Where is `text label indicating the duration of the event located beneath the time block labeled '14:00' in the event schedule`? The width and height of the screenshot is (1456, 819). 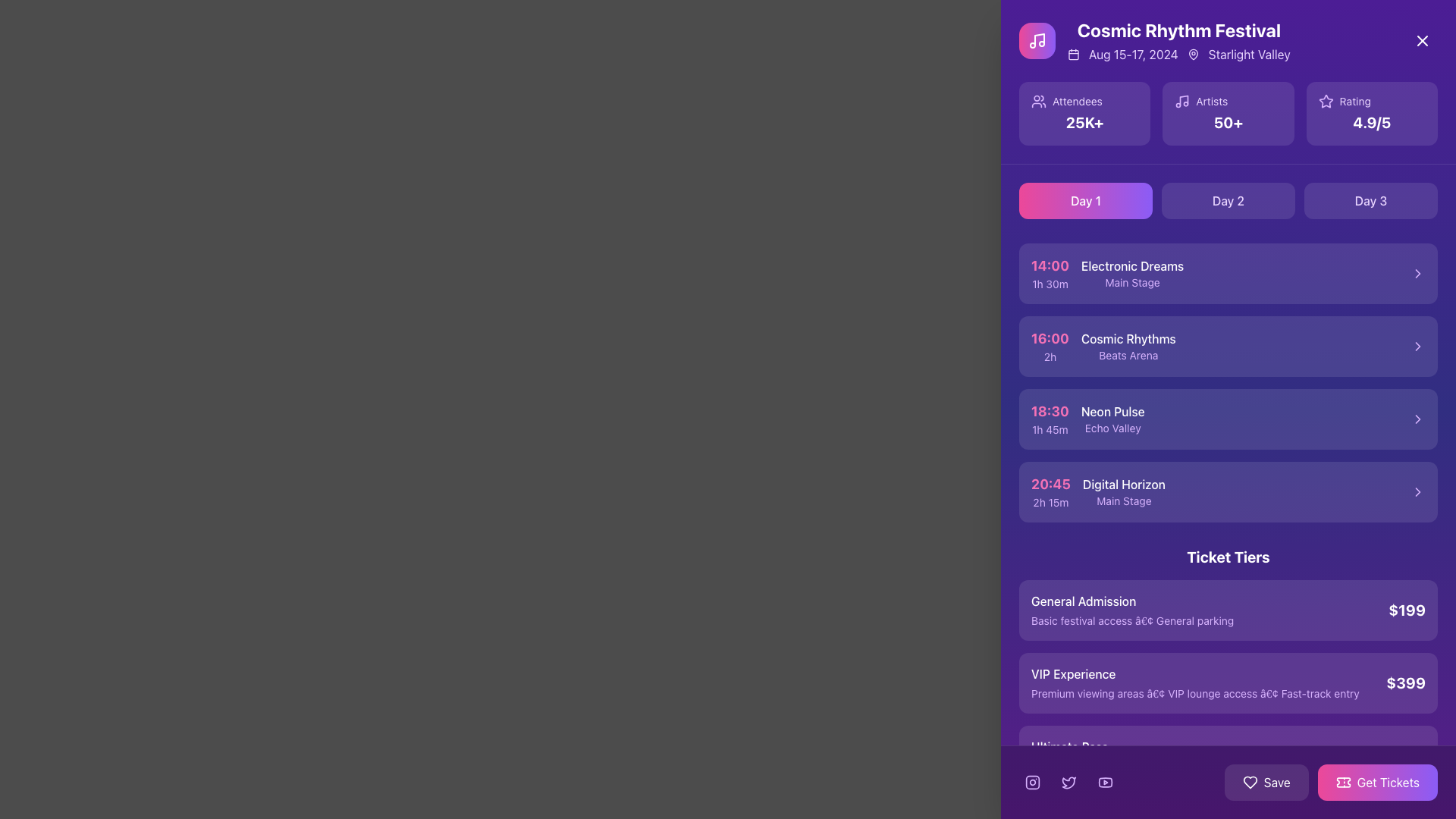 text label indicating the duration of the event located beneath the time block labeled '14:00' in the event schedule is located at coordinates (1049, 284).